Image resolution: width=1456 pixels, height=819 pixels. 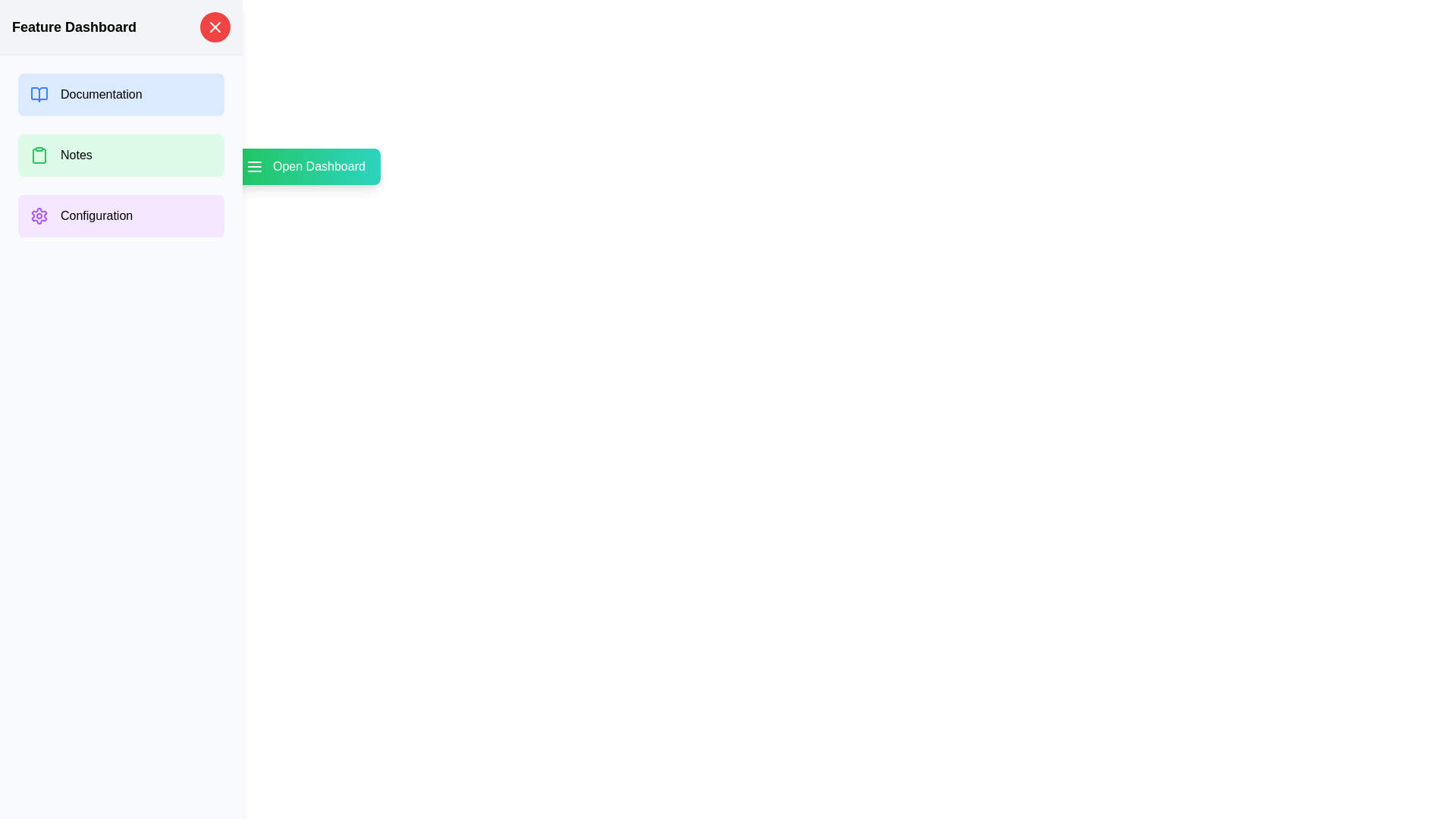 I want to click on the option Documentation by clicking the corresponding button, so click(x=120, y=94).